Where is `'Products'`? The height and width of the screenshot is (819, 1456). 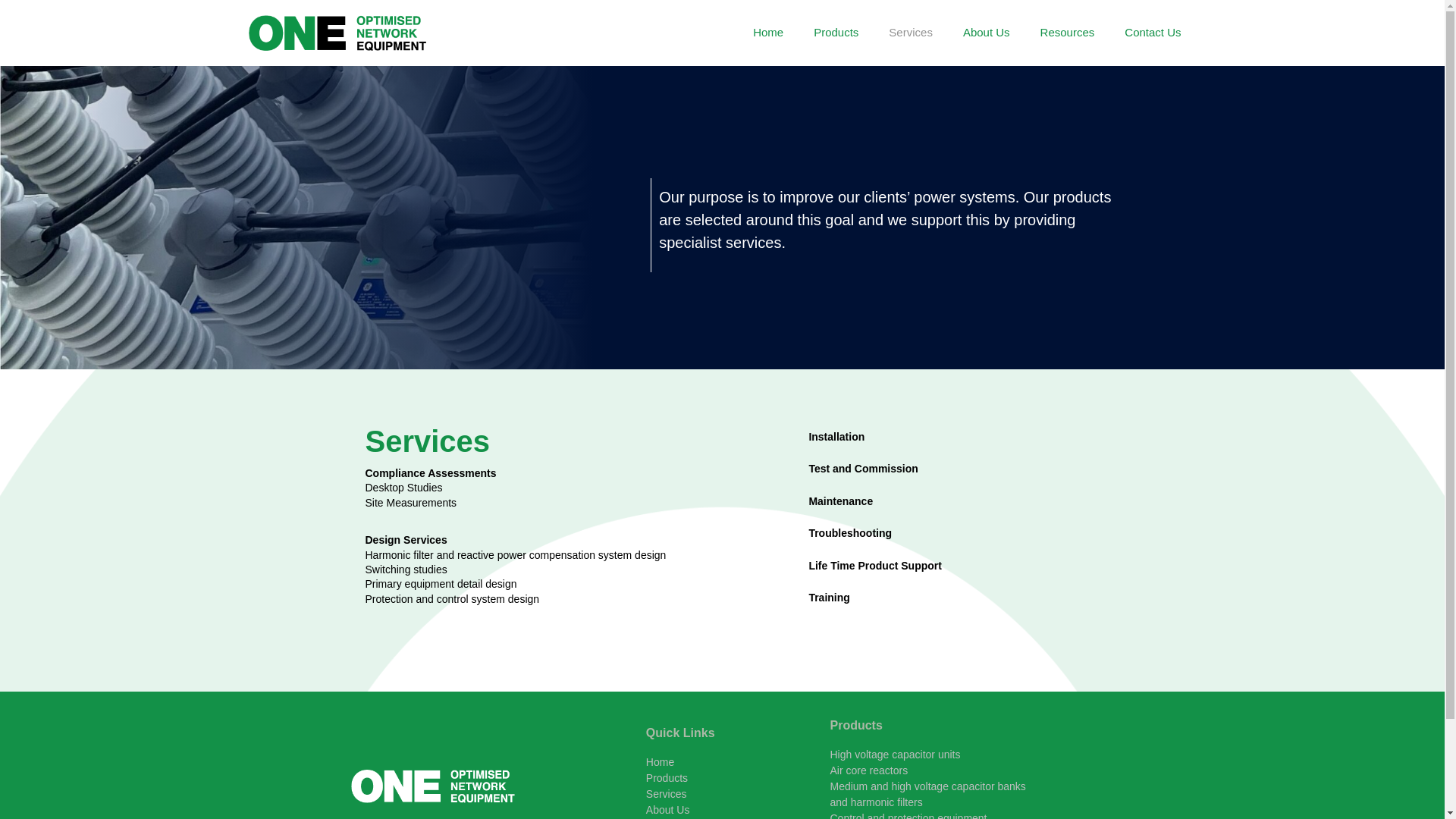
'Products' is located at coordinates (667, 778).